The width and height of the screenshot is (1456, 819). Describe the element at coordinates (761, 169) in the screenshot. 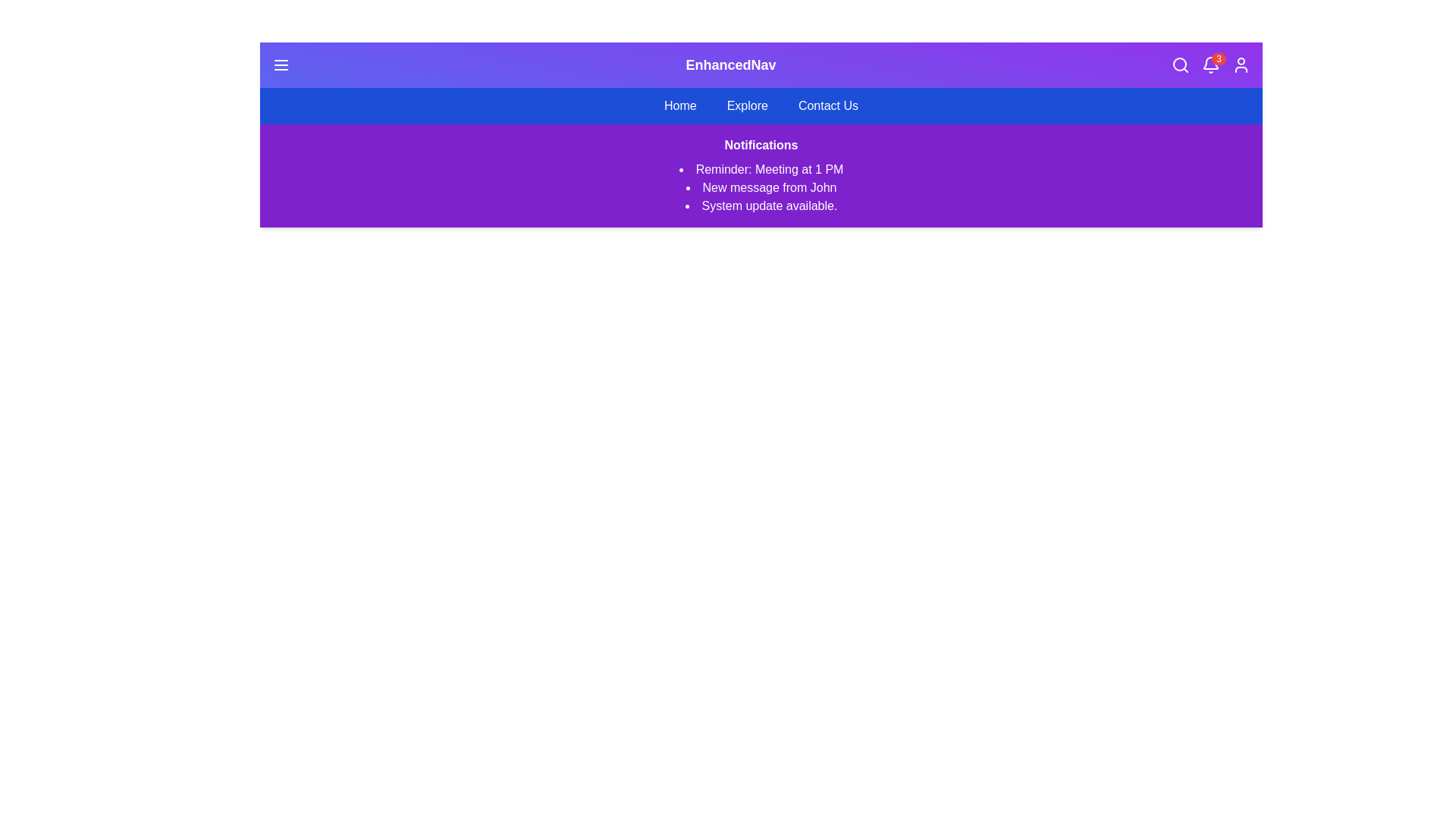

I see `the text item 'Reminder: Meeting at 1 PM' in the notifications list, which is the first item styled with a hover effect that changes the text color to yellow` at that location.